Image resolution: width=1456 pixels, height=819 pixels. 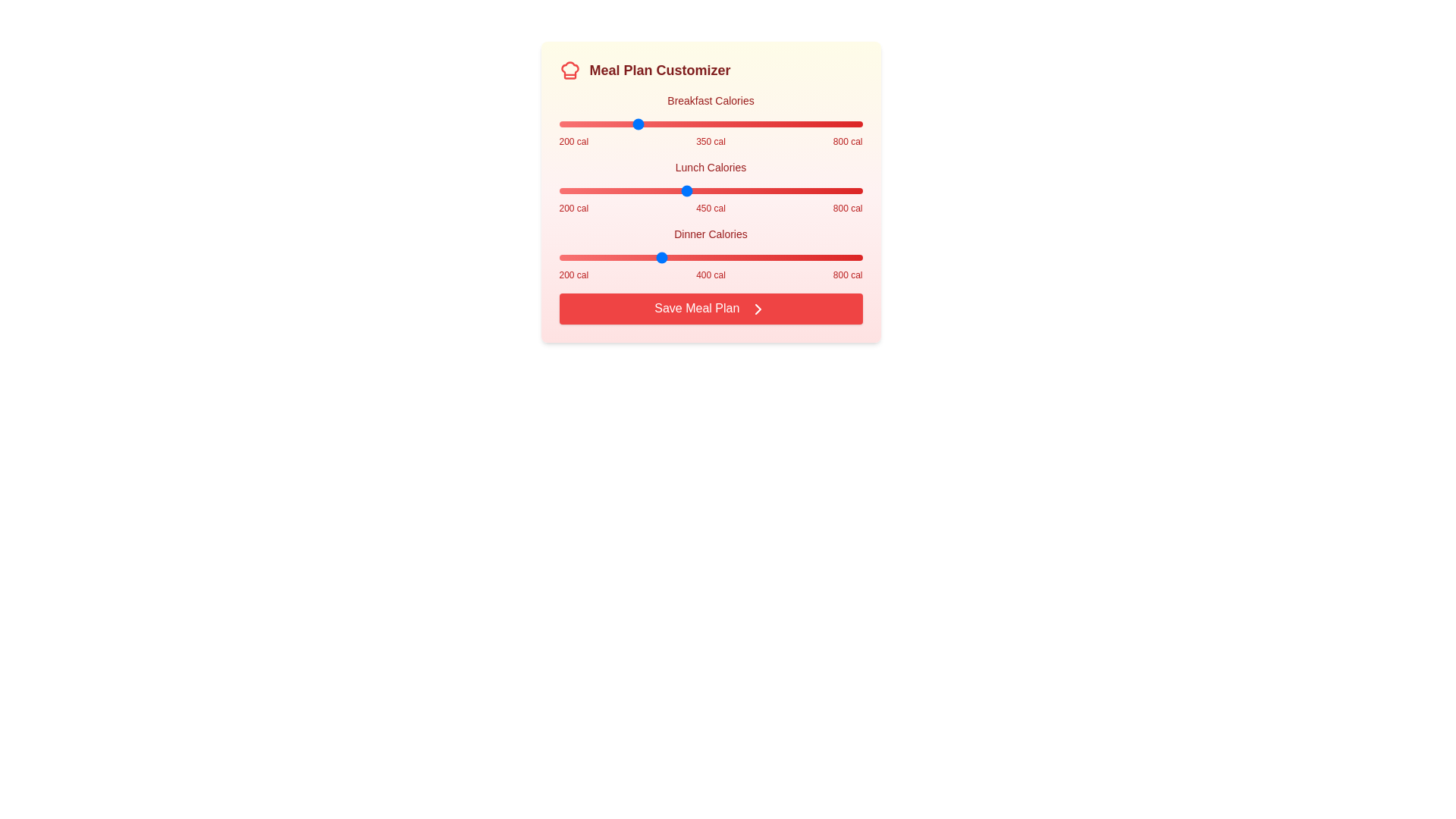 I want to click on the Dinner calorie slider to 733 calories, so click(x=827, y=256).